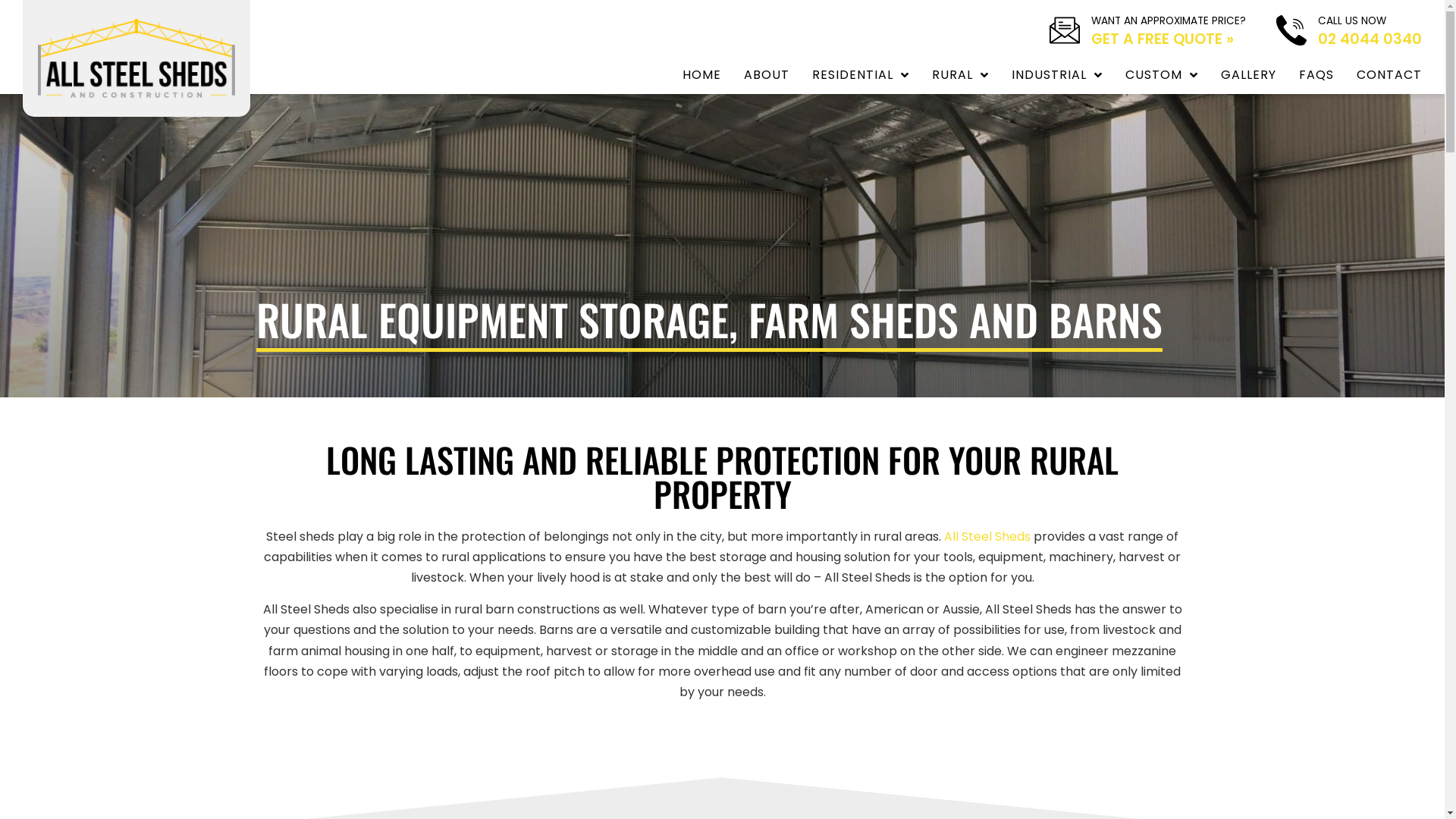 The height and width of the screenshot is (819, 1456). What do you see at coordinates (943, 535) in the screenshot?
I see `'All Steel Sheds'` at bounding box center [943, 535].